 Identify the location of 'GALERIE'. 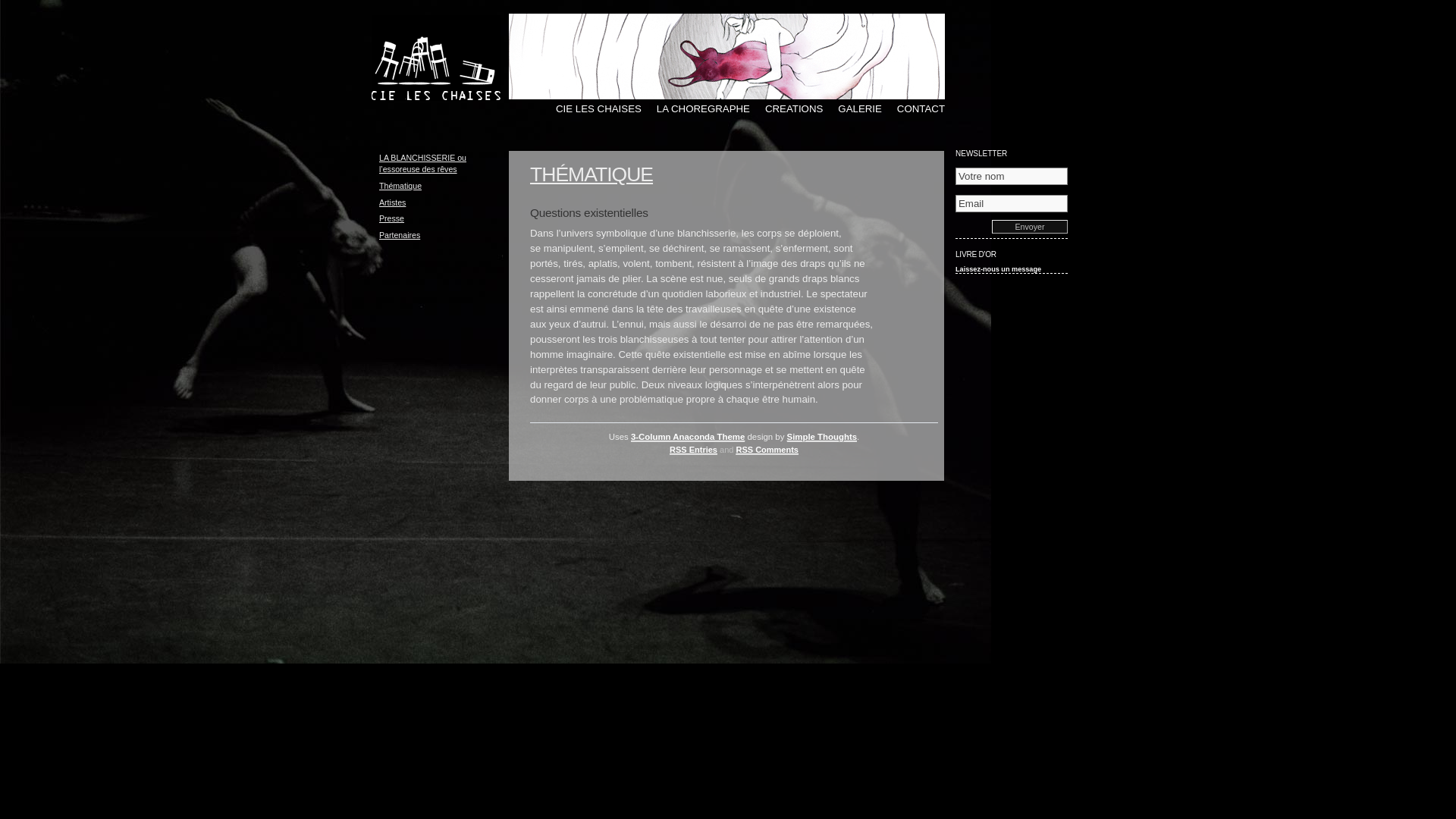
(852, 108).